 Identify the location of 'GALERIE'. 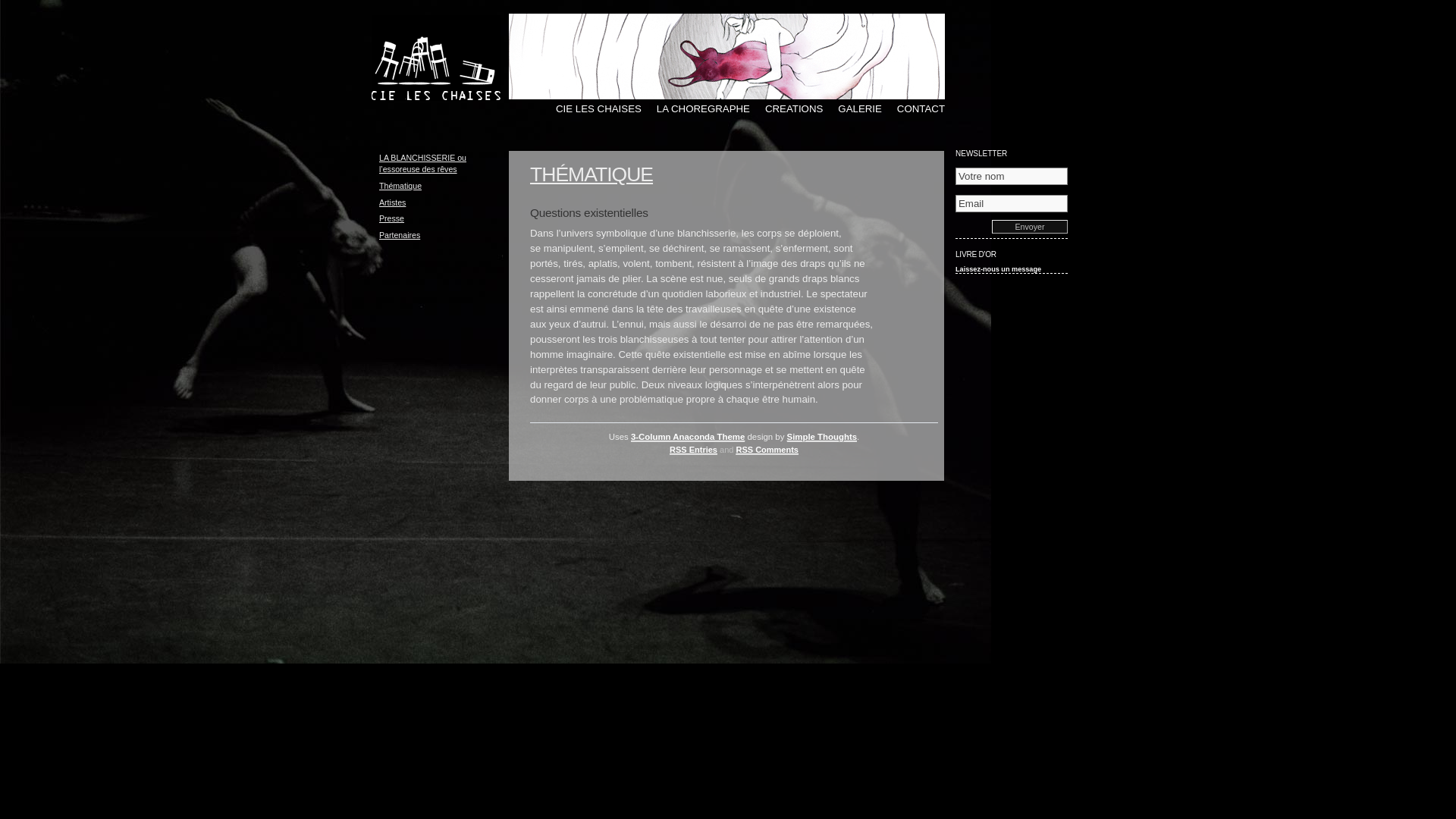
(852, 108).